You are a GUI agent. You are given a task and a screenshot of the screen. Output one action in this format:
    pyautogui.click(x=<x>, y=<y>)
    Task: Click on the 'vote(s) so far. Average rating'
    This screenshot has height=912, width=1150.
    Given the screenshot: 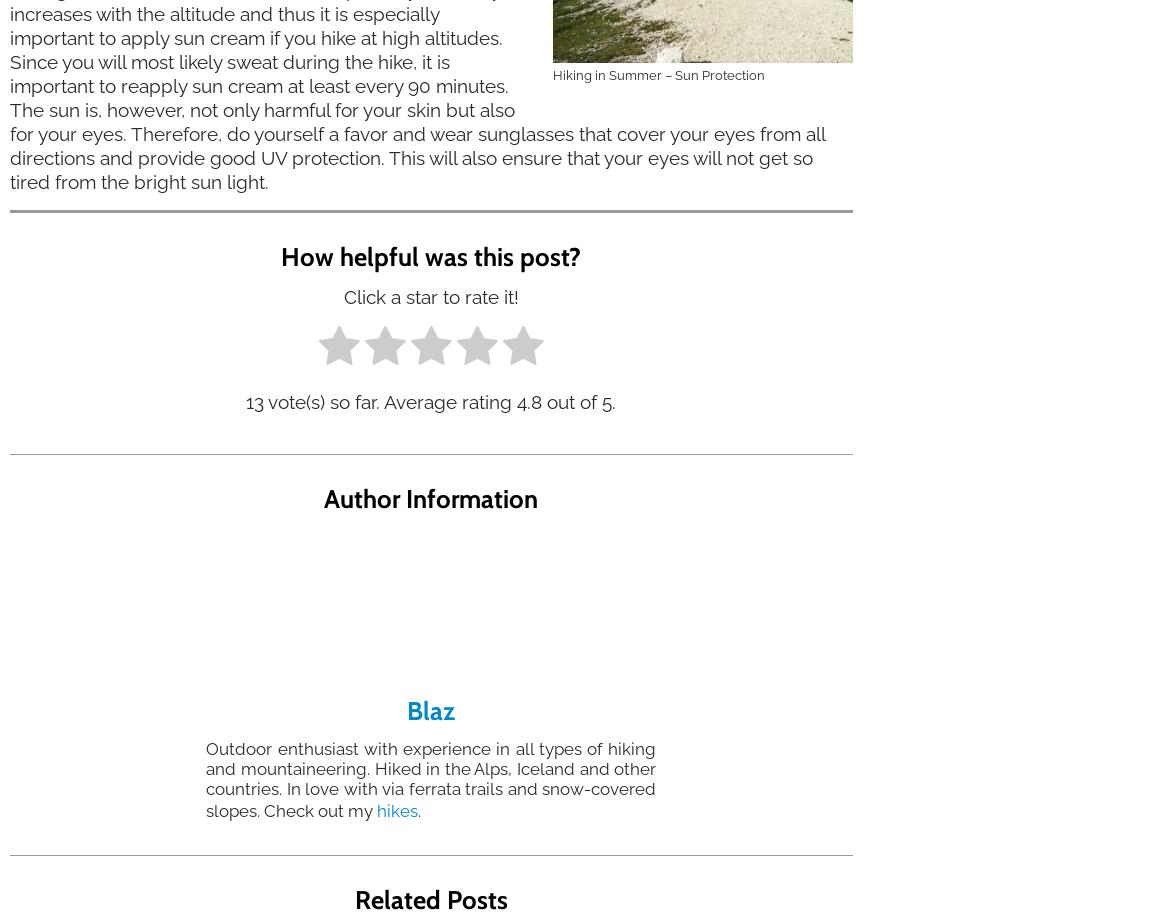 What is the action you would take?
    pyautogui.click(x=390, y=401)
    